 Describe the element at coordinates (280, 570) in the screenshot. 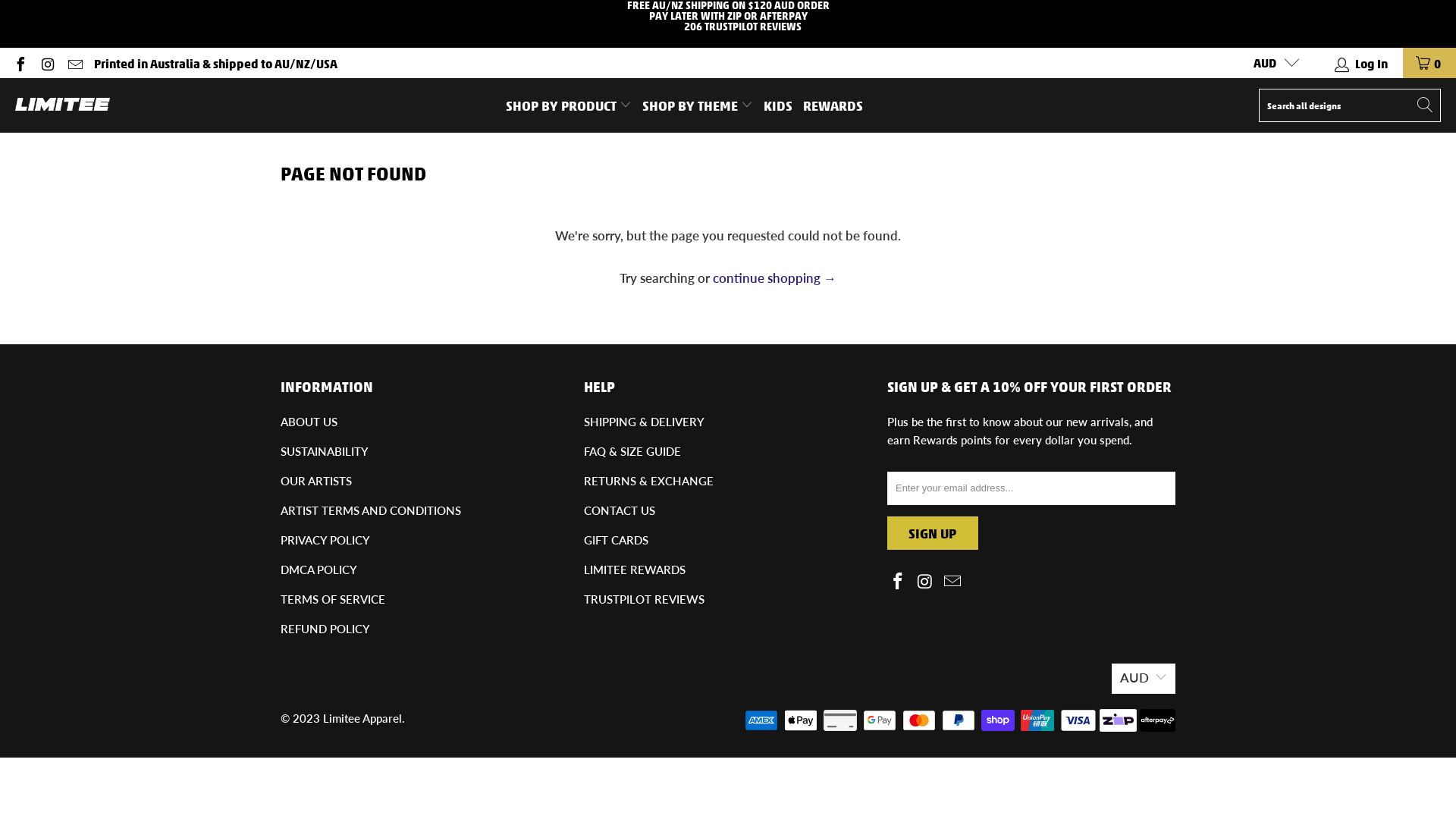

I see `'DMCA POLICY'` at that location.